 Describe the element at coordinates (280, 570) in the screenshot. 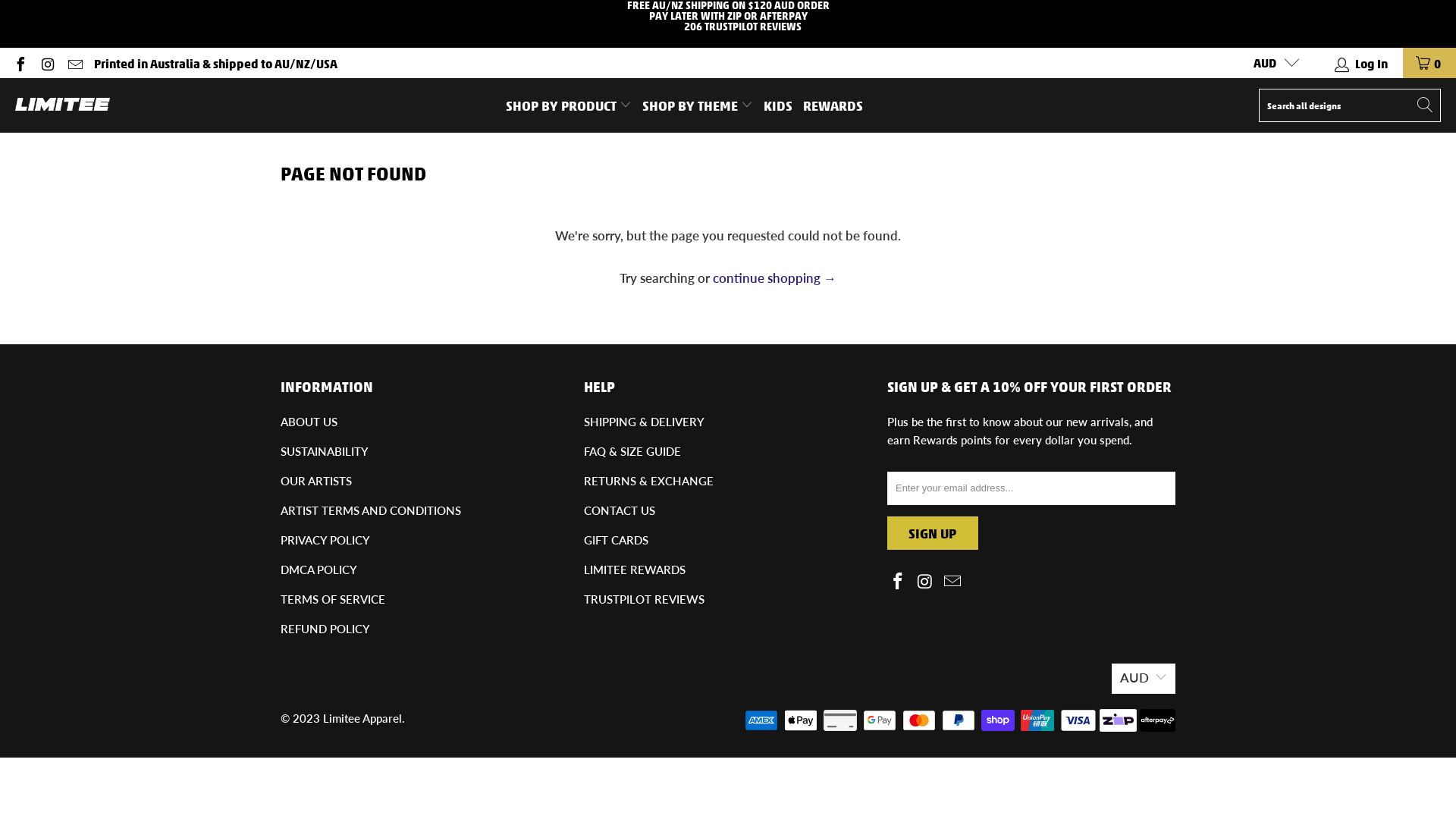

I see `'DMCA POLICY'` at that location.